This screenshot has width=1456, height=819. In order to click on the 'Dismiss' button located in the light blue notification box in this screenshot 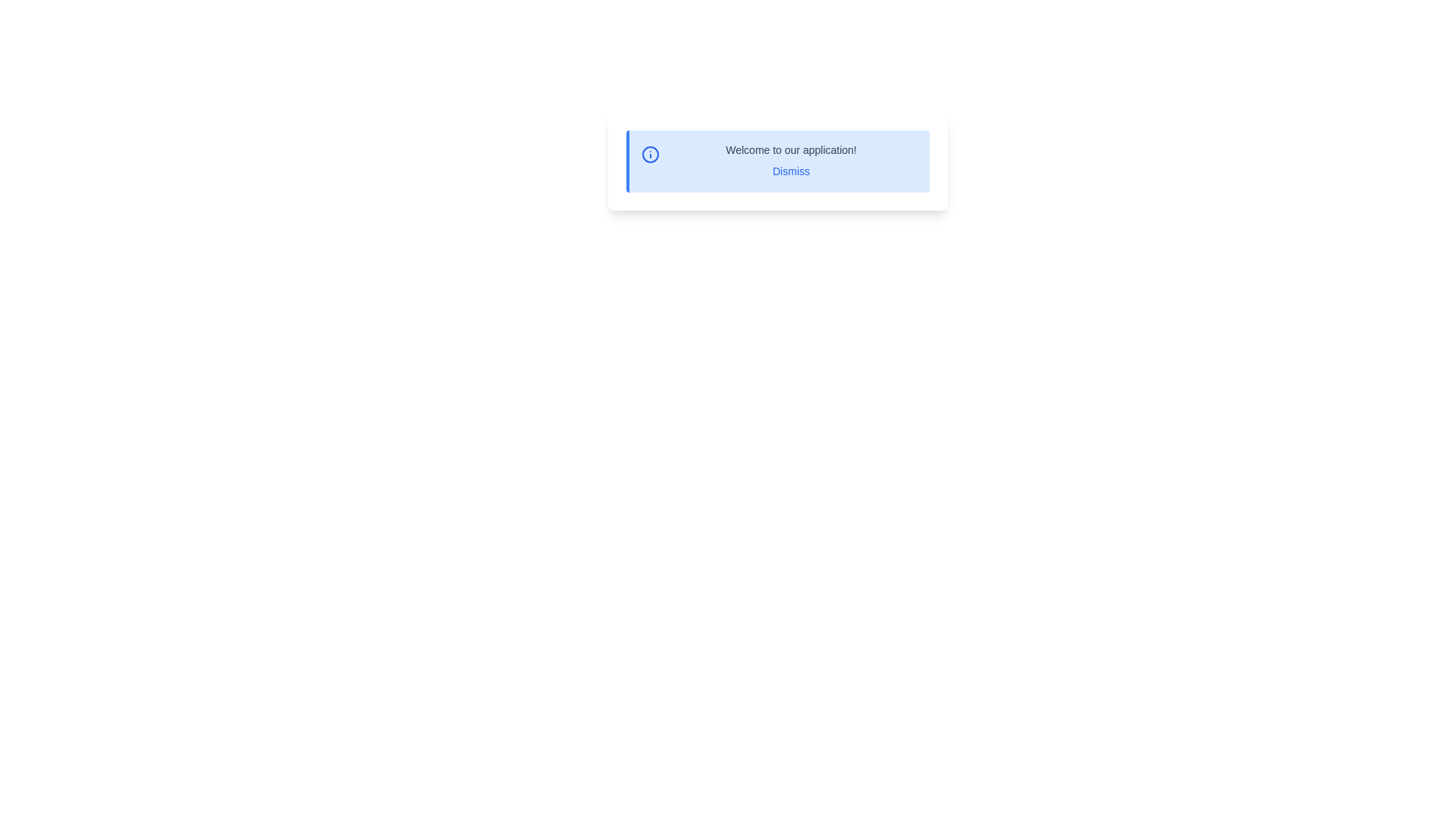, I will do `click(790, 171)`.